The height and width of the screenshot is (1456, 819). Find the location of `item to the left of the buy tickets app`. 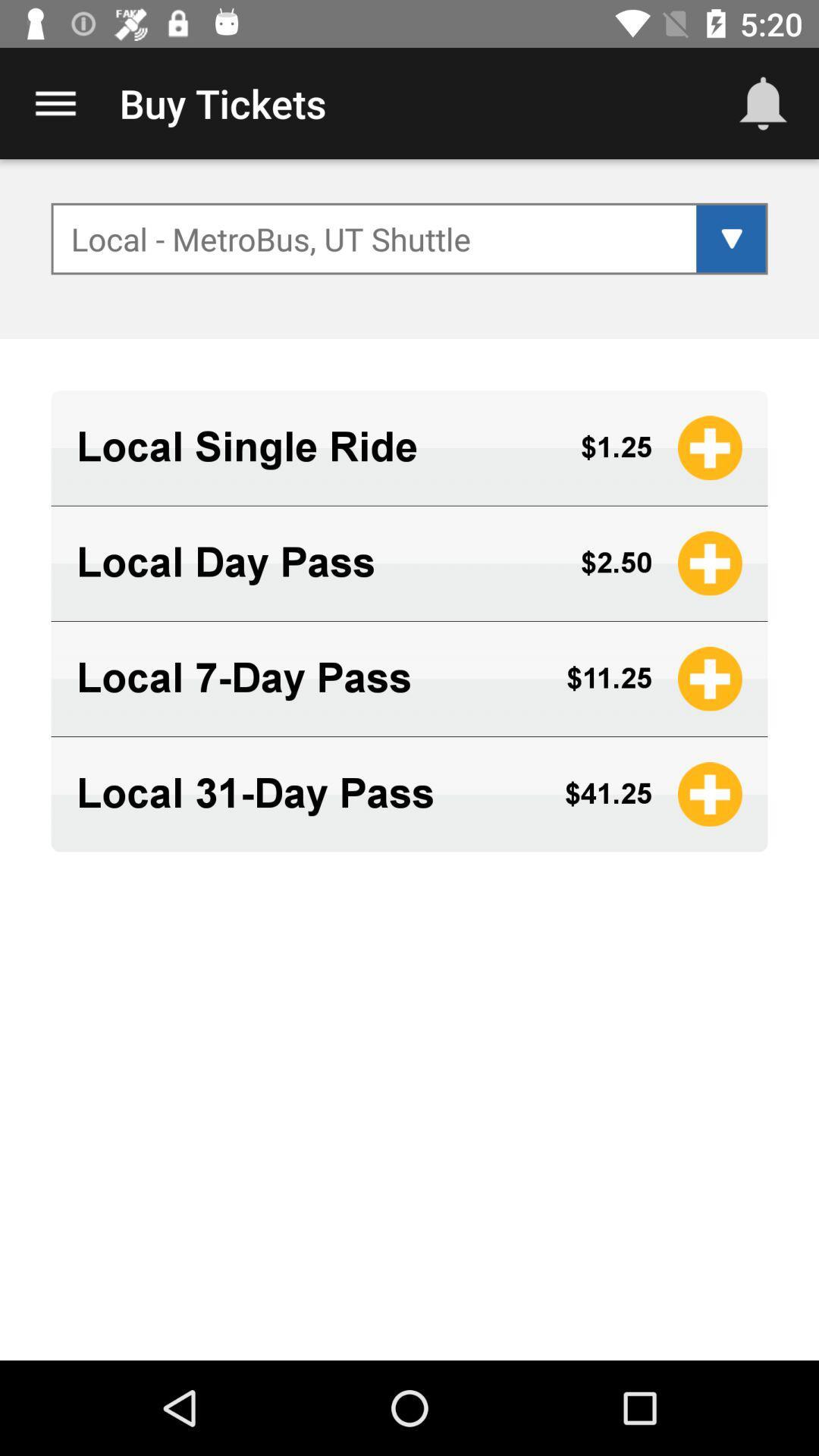

item to the left of the buy tickets app is located at coordinates (55, 102).